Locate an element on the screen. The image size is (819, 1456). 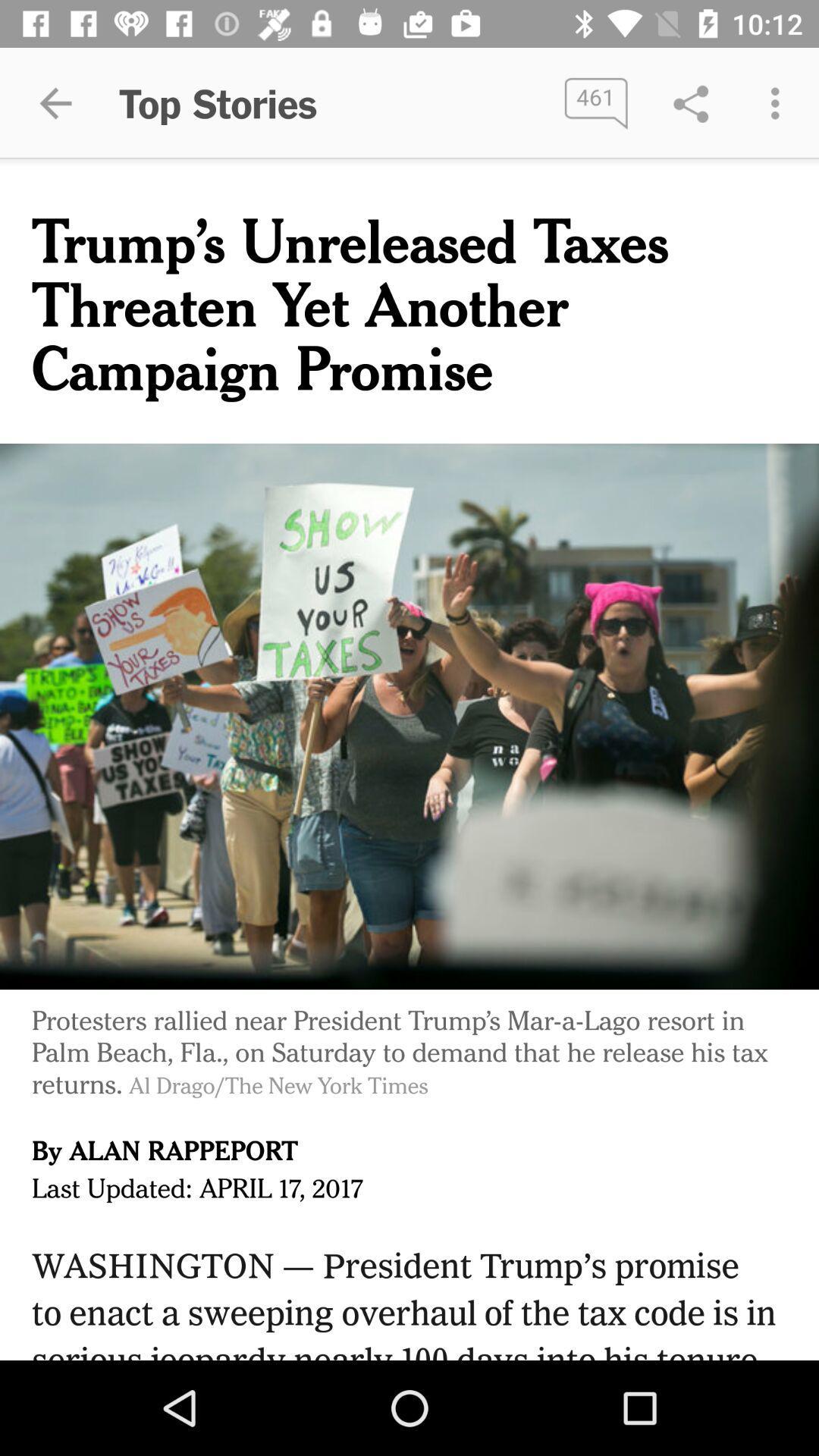
the shar icon at the top right corner is located at coordinates (691, 103).